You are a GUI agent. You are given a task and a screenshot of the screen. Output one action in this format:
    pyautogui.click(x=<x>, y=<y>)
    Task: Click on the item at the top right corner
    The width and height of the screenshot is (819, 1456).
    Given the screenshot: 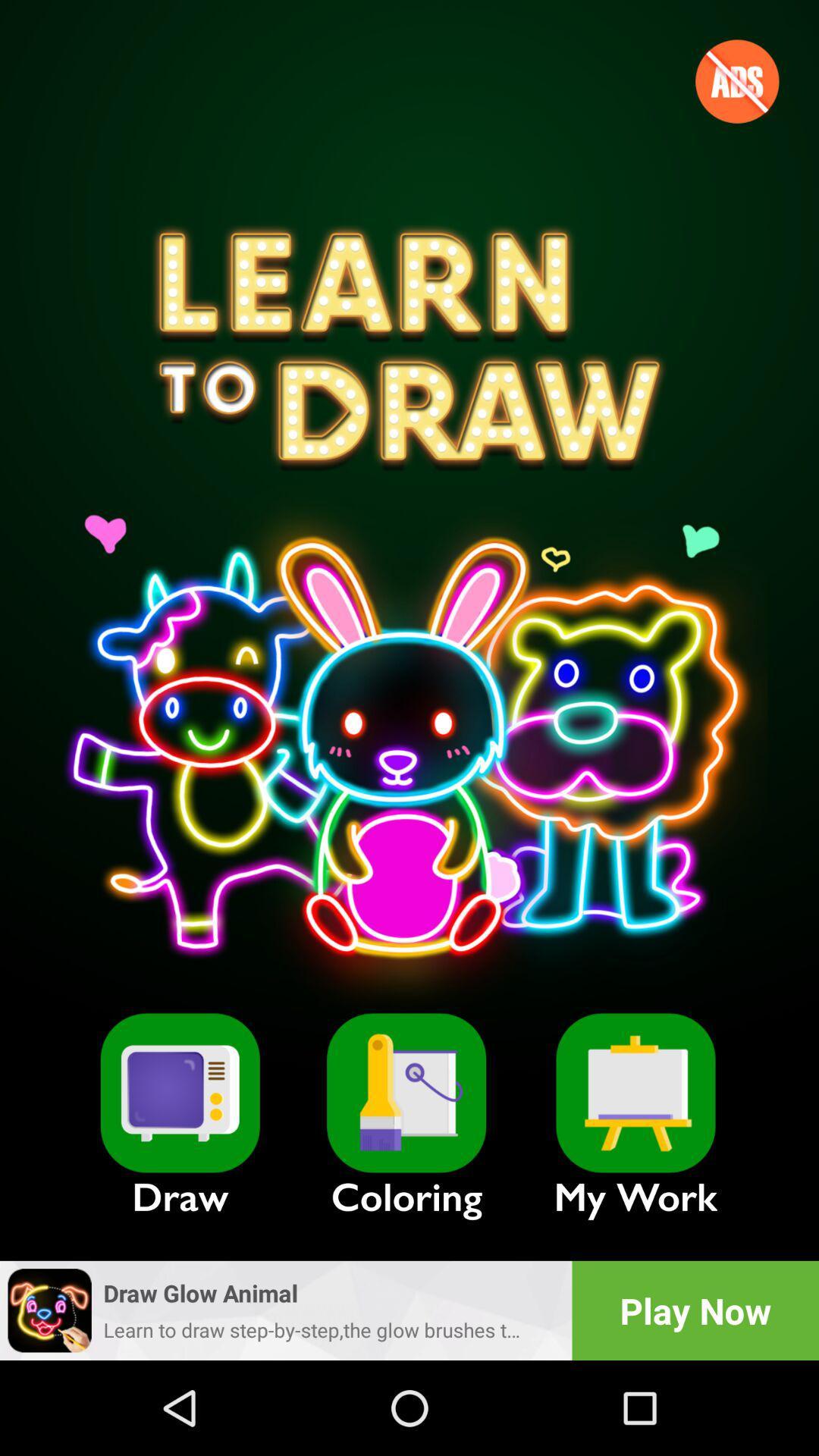 What is the action you would take?
    pyautogui.click(x=736, y=80)
    